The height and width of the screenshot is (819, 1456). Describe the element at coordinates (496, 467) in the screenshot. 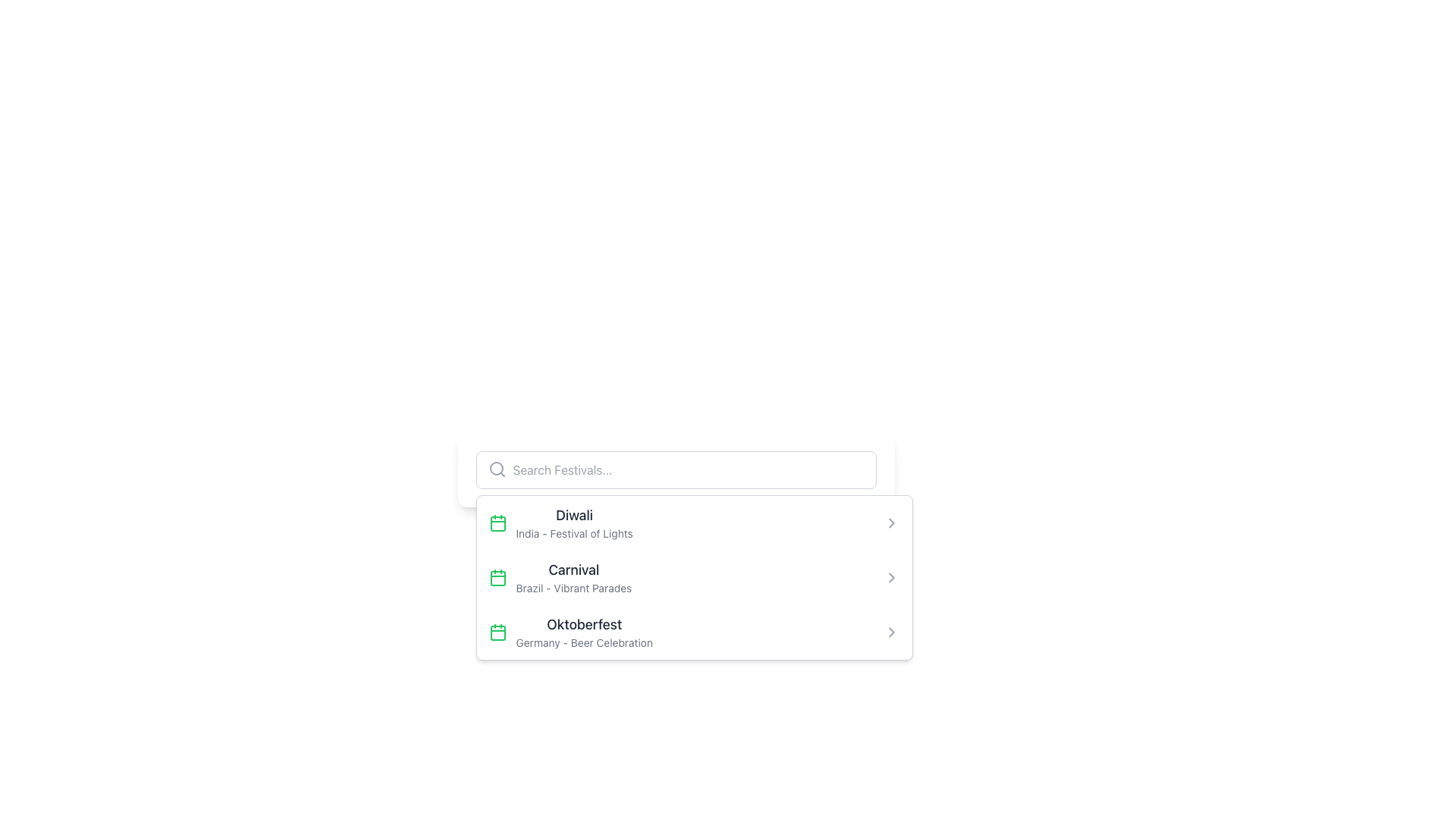

I see `the central circle of the magnifying glass icon representing the search feature, located near the top left corner of the content area` at that location.